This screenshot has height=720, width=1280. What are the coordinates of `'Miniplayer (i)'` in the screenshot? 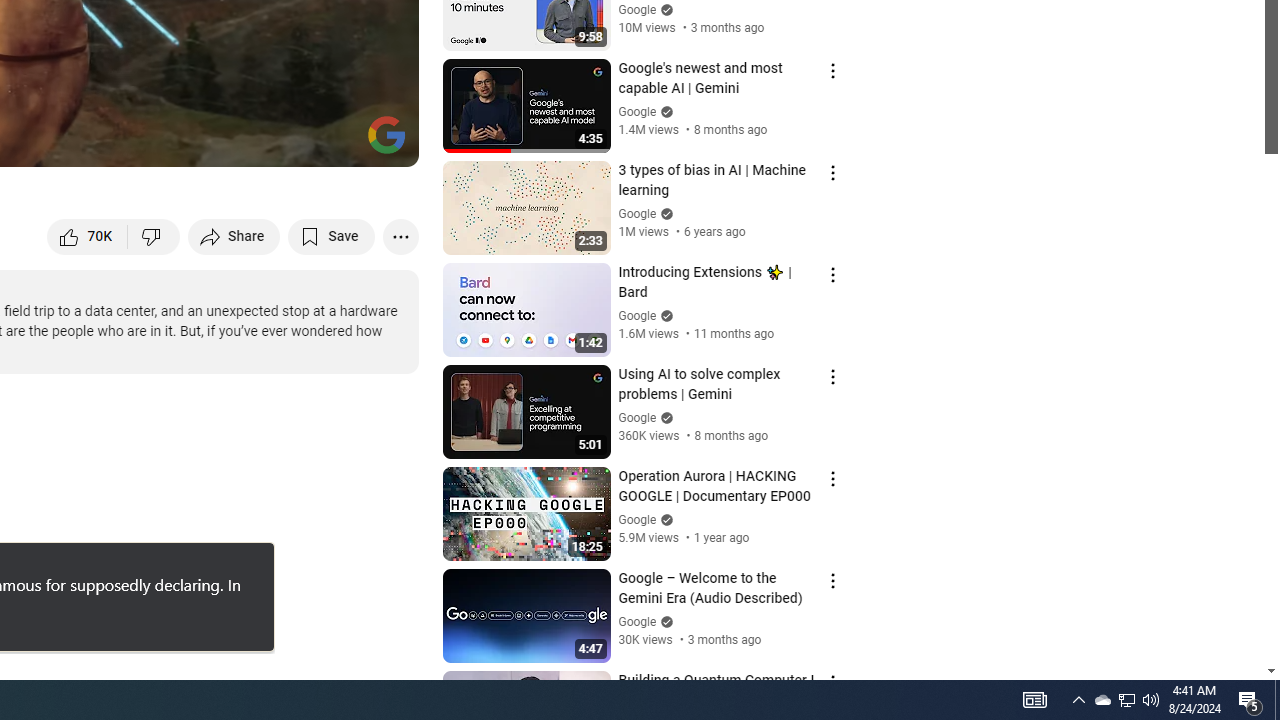 It's located at (285, 141).